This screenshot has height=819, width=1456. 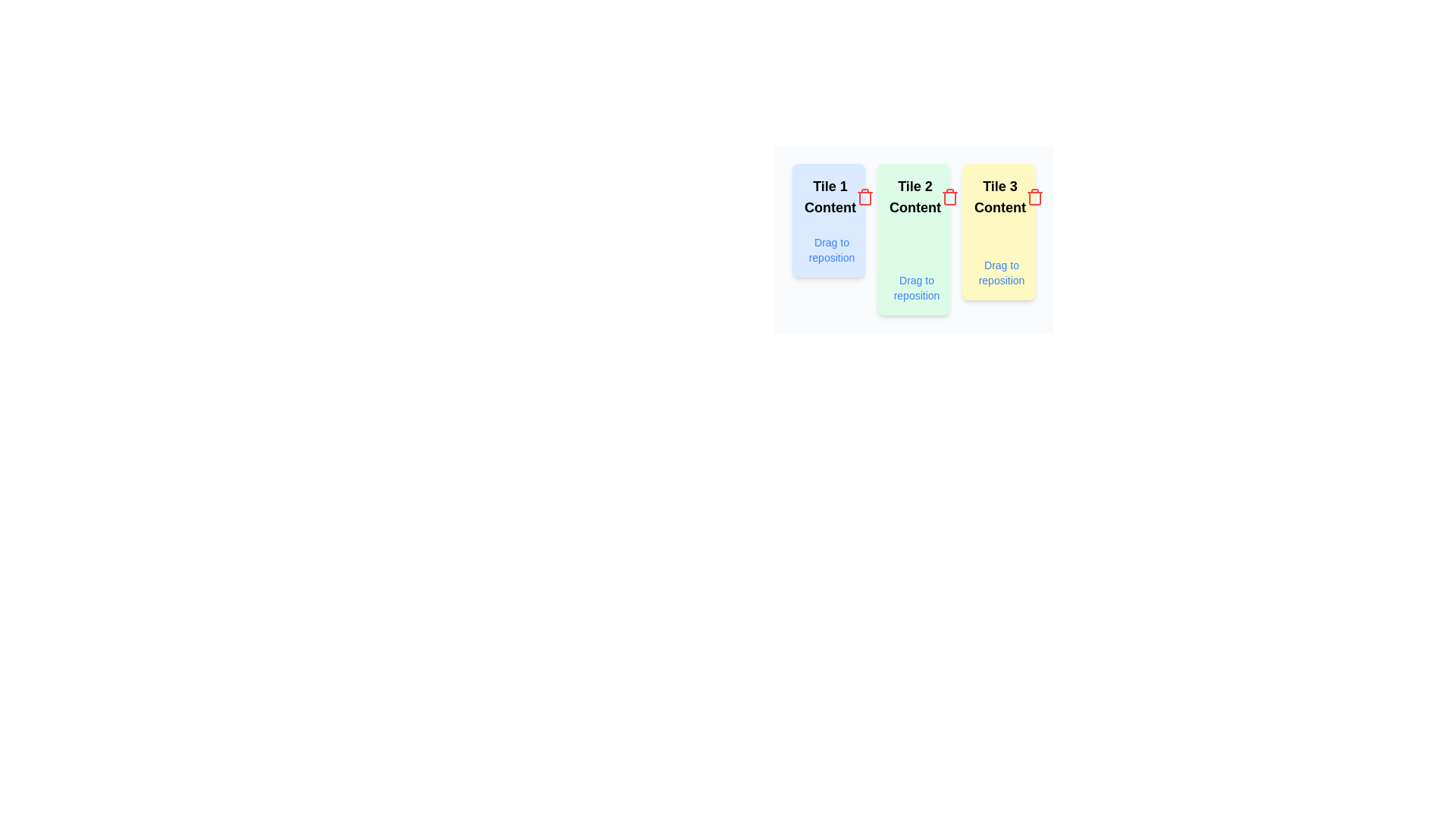 What do you see at coordinates (828, 249) in the screenshot?
I see `the draggable handle displaying the text 'Drag to reposition'` at bounding box center [828, 249].